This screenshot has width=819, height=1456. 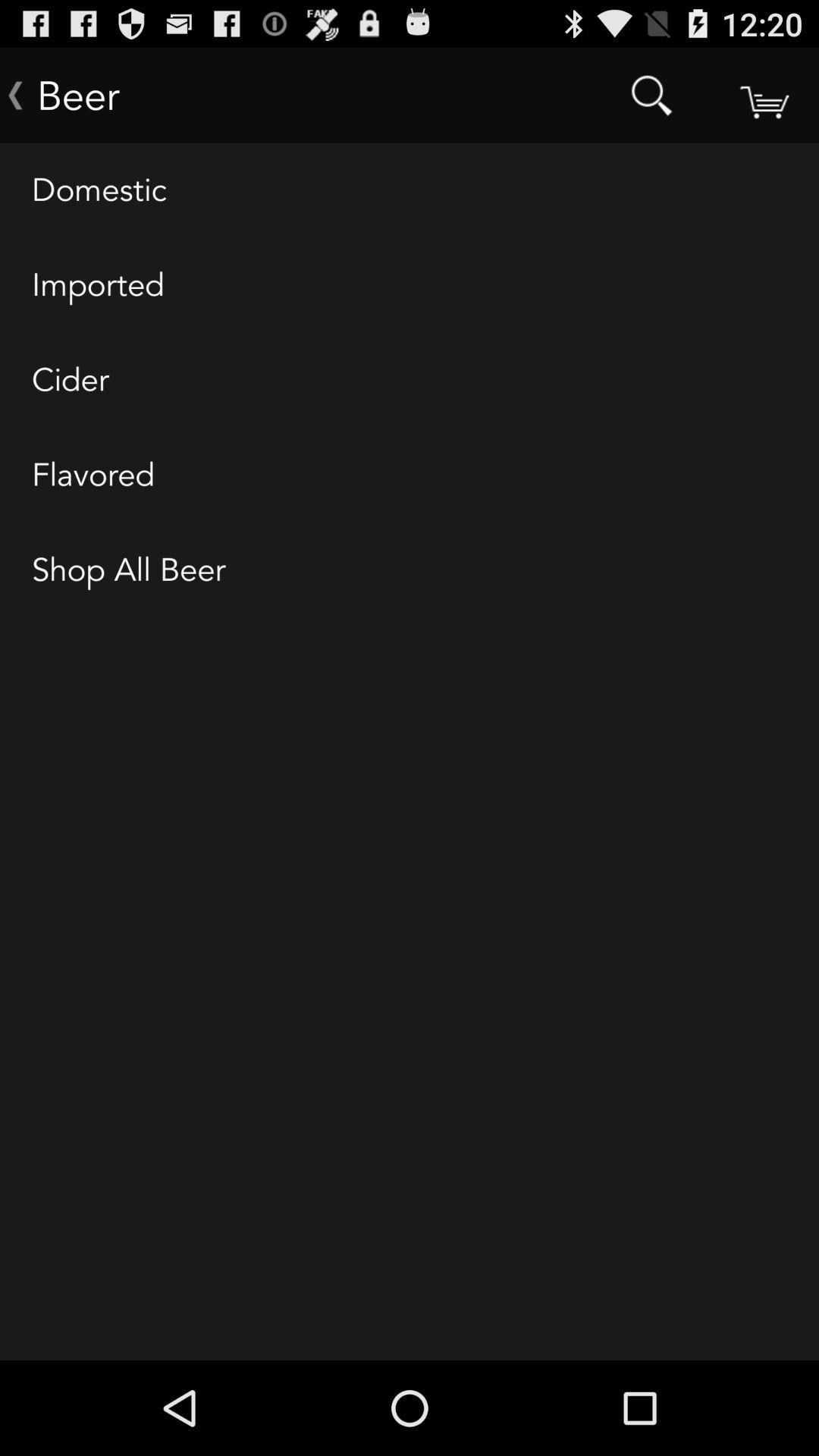 I want to click on icon below the imported icon, so click(x=409, y=381).